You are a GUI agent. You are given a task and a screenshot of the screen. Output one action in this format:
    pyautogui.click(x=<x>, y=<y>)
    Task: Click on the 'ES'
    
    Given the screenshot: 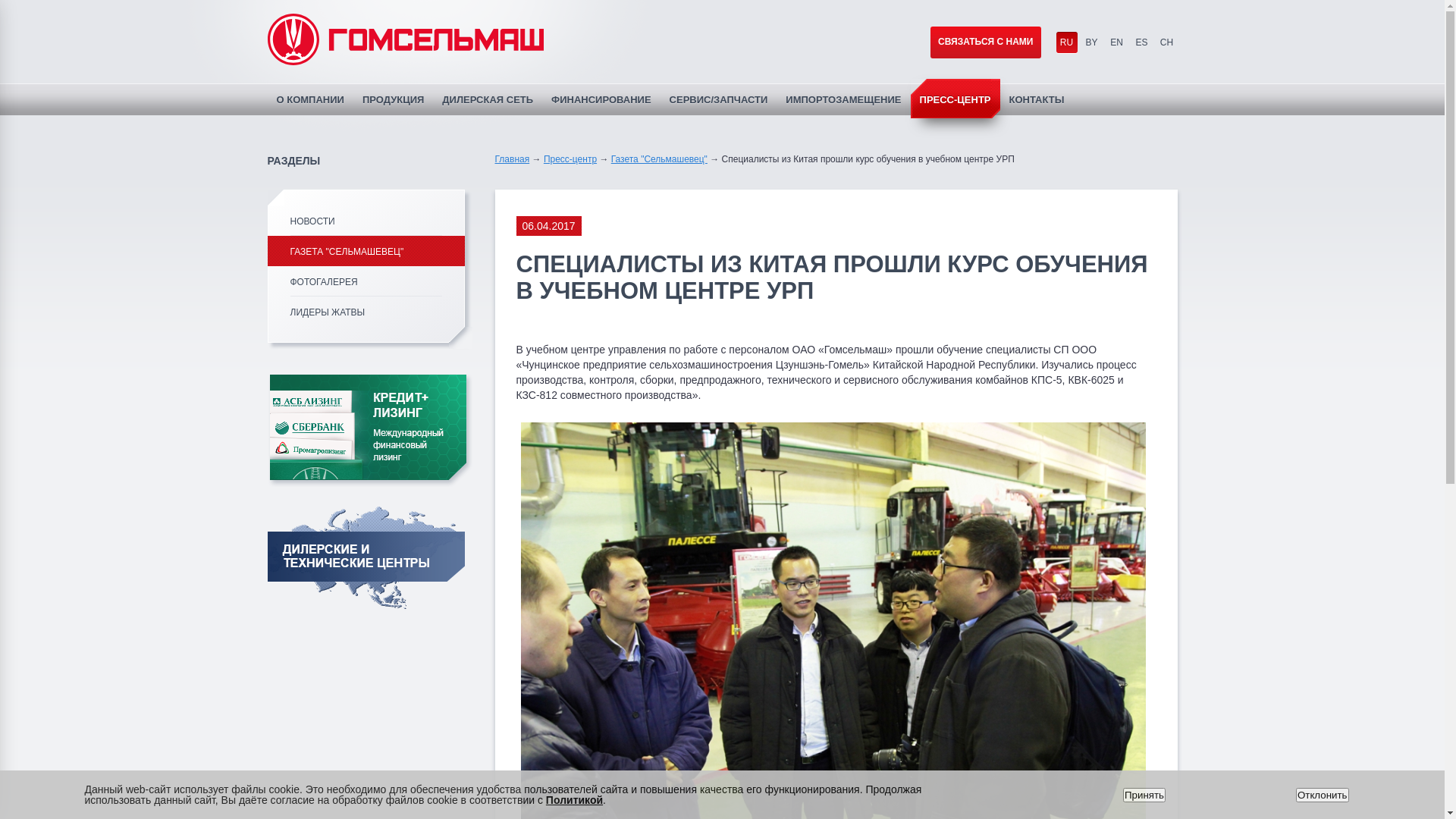 What is the action you would take?
    pyautogui.click(x=1131, y=42)
    